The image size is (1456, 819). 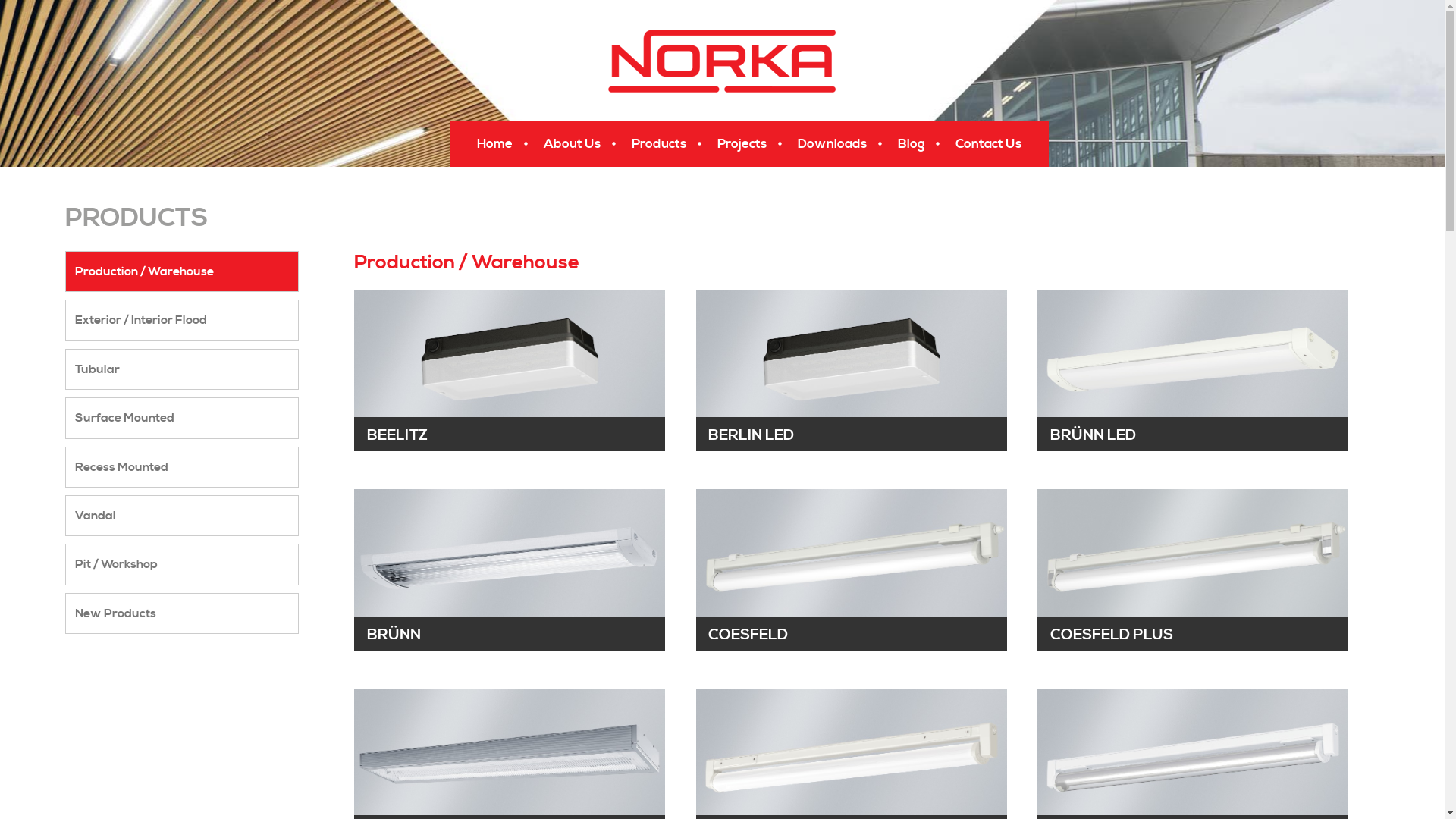 I want to click on 'Surface Mounted', so click(x=182, y=418).